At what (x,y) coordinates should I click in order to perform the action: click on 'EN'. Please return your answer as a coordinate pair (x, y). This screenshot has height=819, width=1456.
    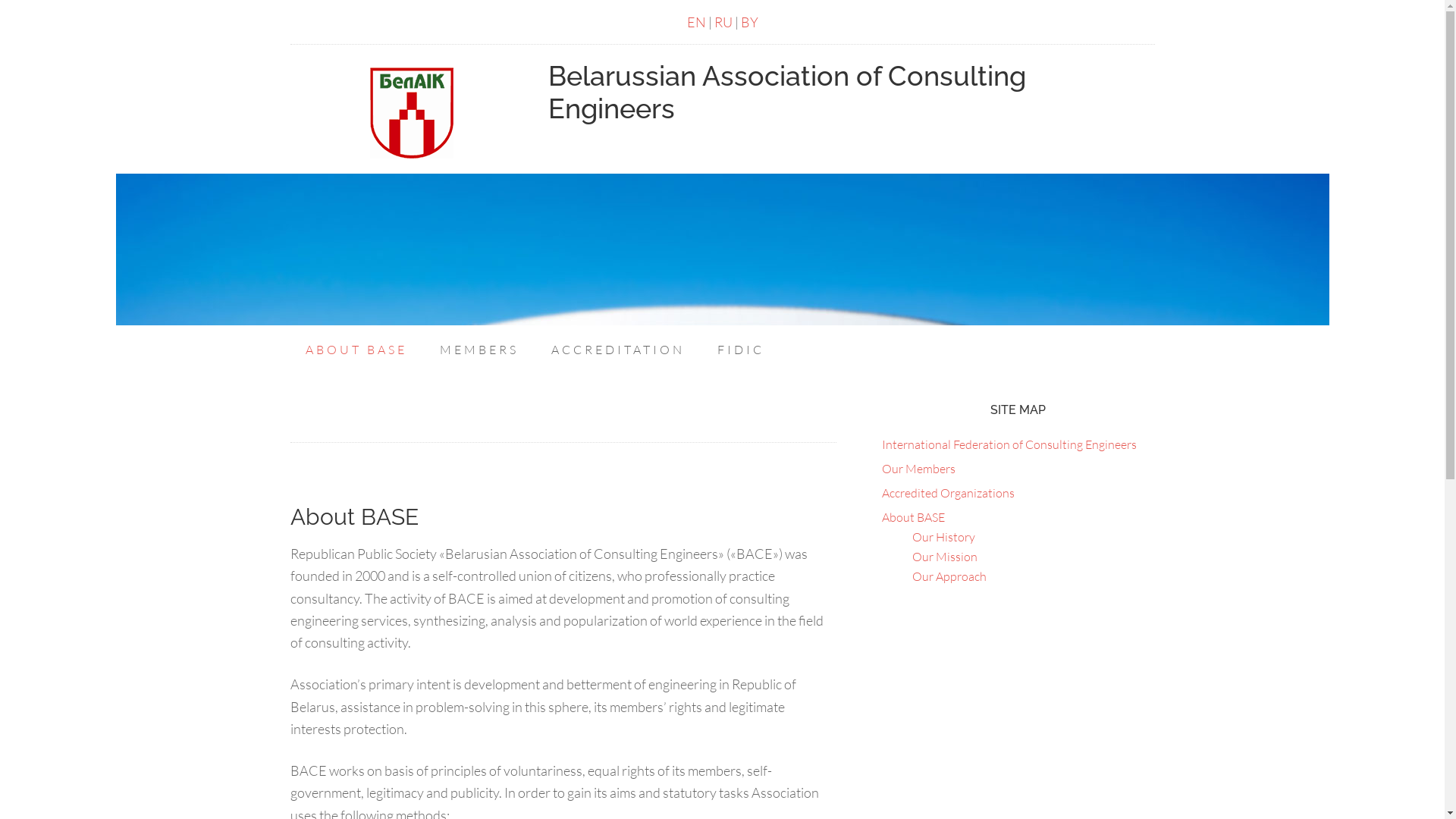
    Looking at the image, I should click on (695, 22).